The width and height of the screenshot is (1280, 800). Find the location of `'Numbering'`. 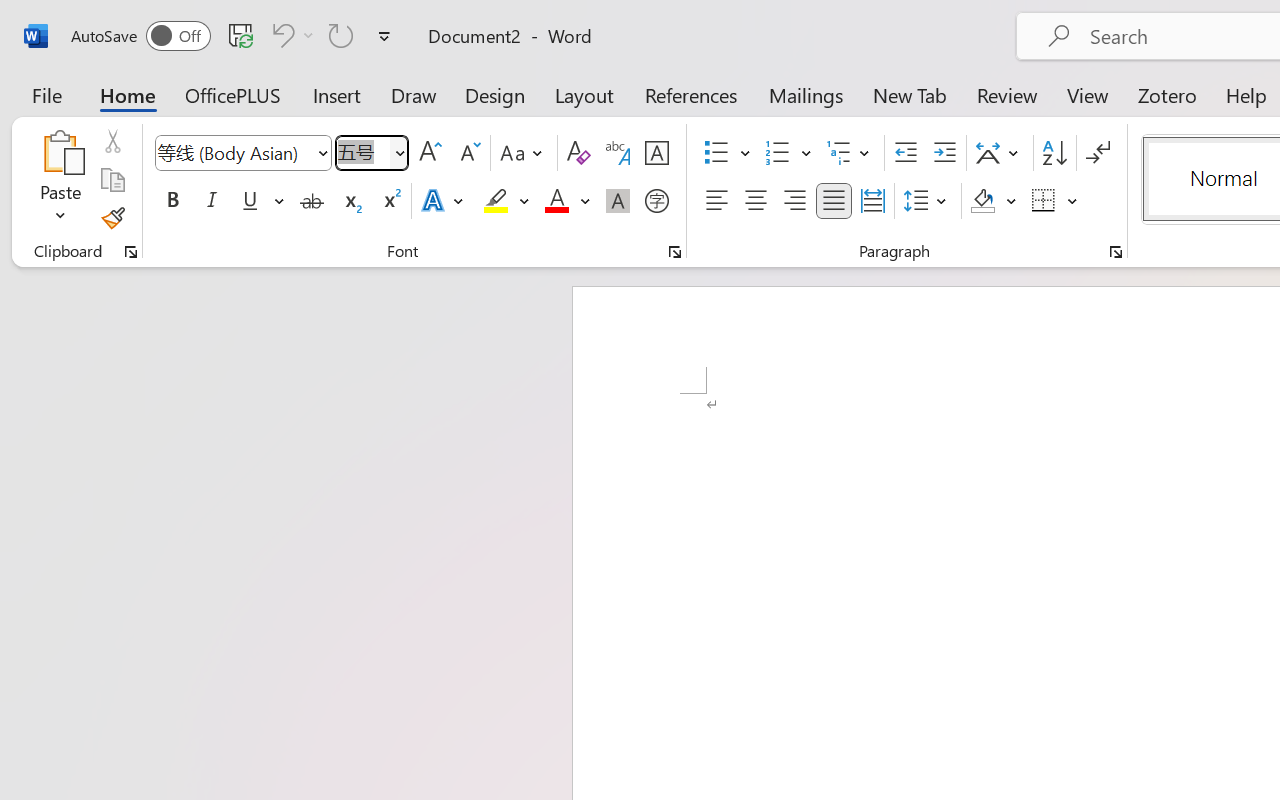

'Numbering' is located at coordinates (777, 153).